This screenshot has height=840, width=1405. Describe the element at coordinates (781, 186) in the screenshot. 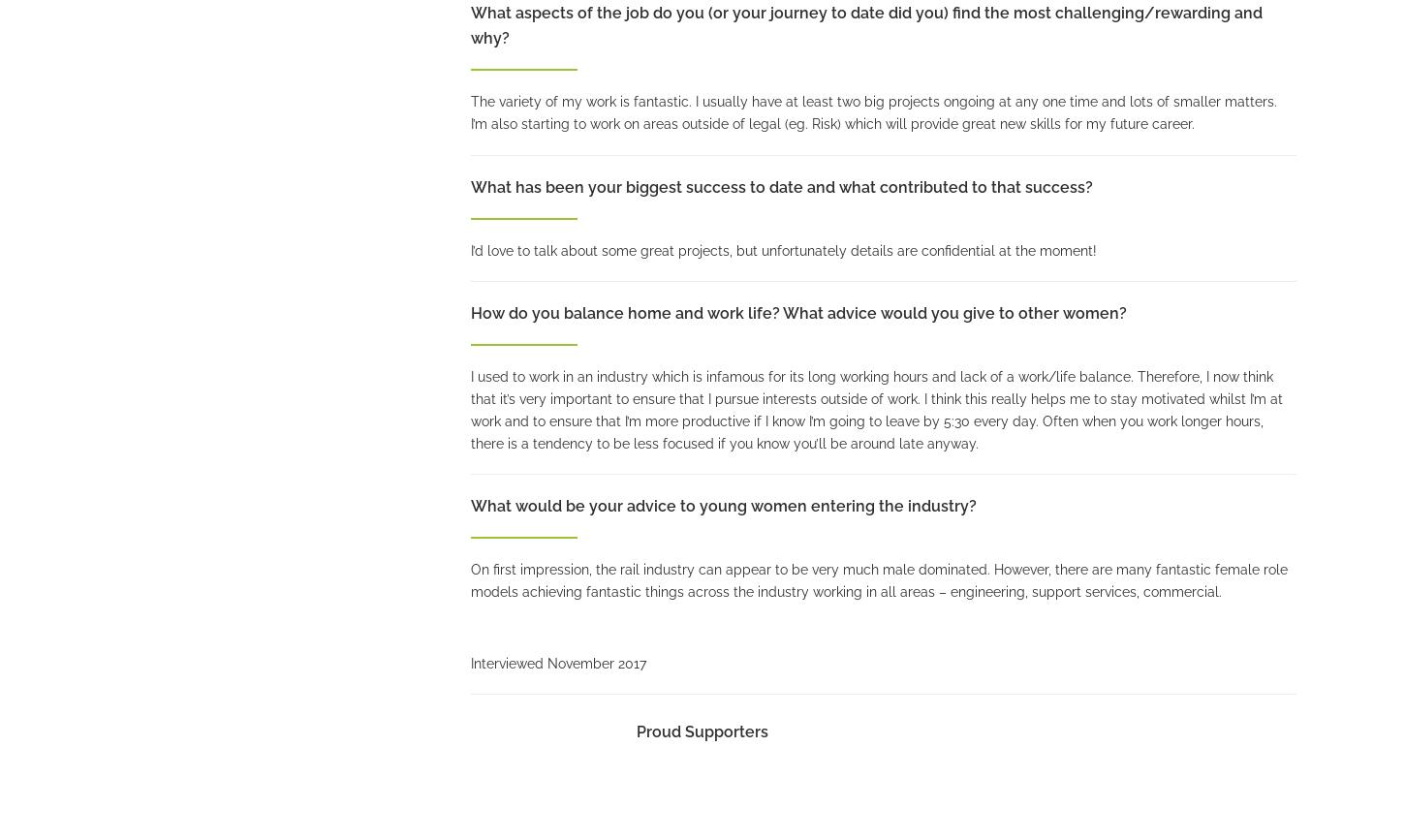

I see `'What has been your biggest success to date and what contributed to that success?'` at that location.